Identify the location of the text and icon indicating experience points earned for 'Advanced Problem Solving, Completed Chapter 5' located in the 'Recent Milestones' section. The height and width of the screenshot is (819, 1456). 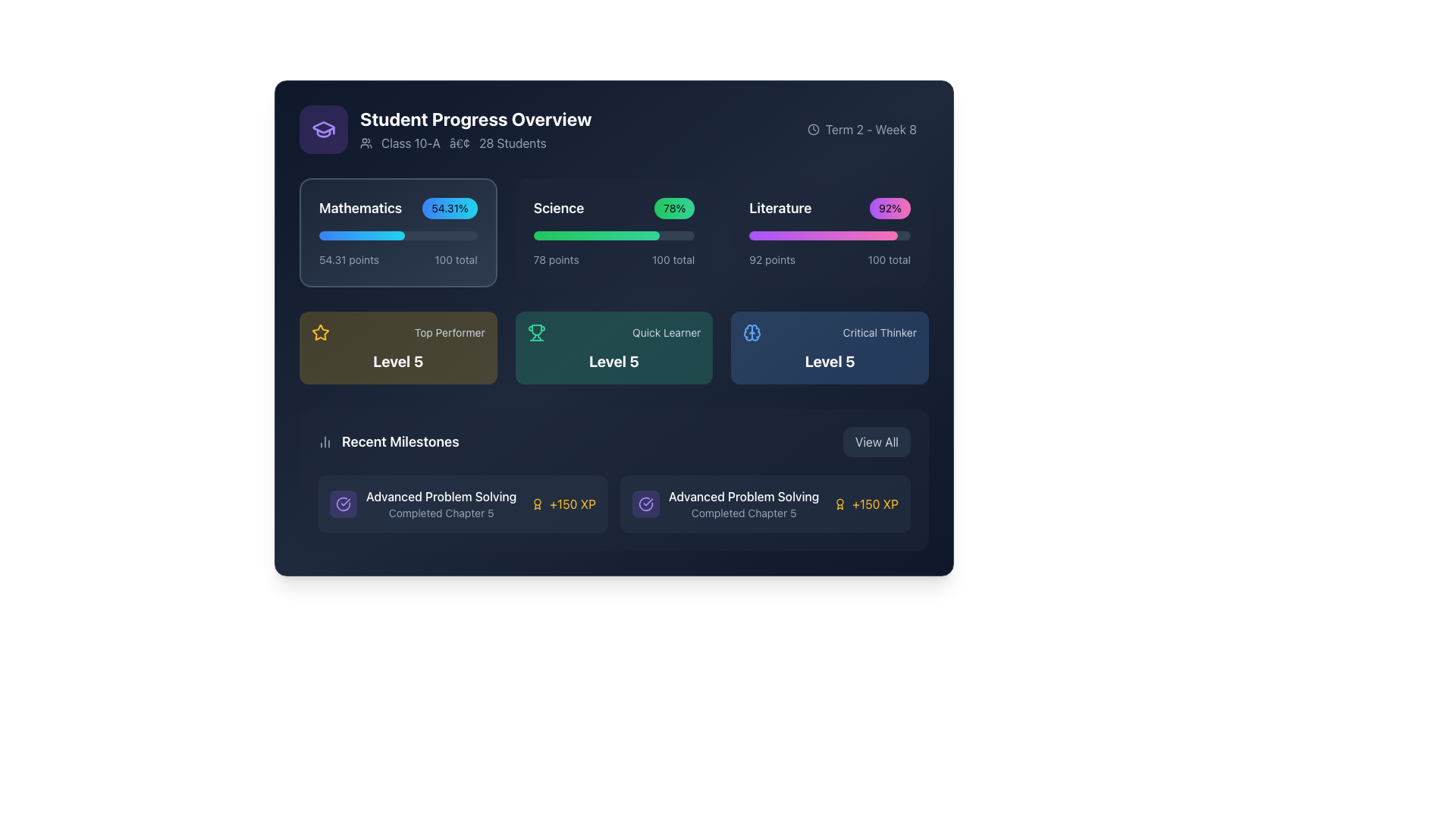
(563, 504).